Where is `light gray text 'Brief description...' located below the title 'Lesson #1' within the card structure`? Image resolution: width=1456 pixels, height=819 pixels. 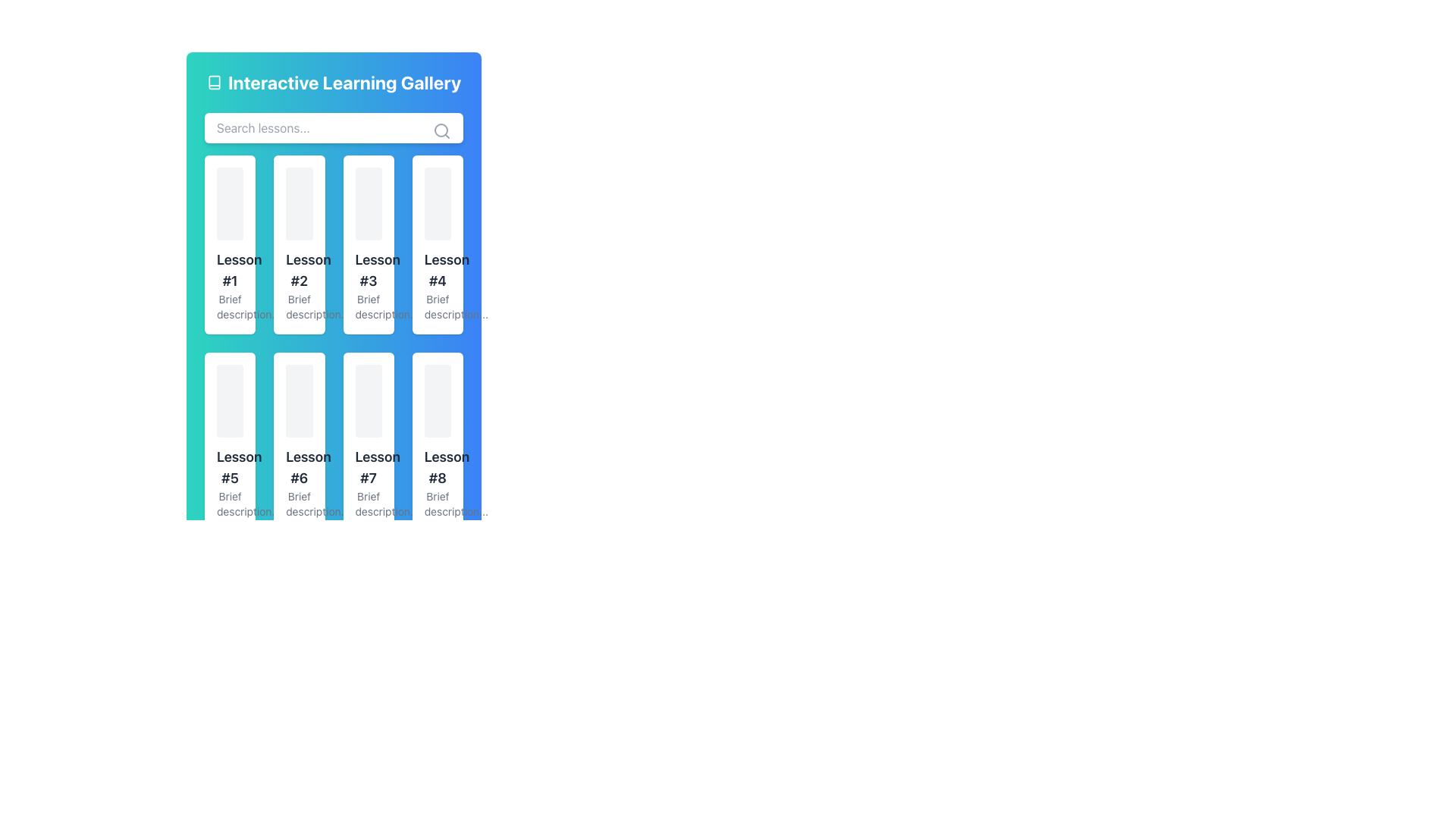
light gray text 'Brief description...' located below the title 'Lesson #1' within the card structure is located at coordinates (229, 307).